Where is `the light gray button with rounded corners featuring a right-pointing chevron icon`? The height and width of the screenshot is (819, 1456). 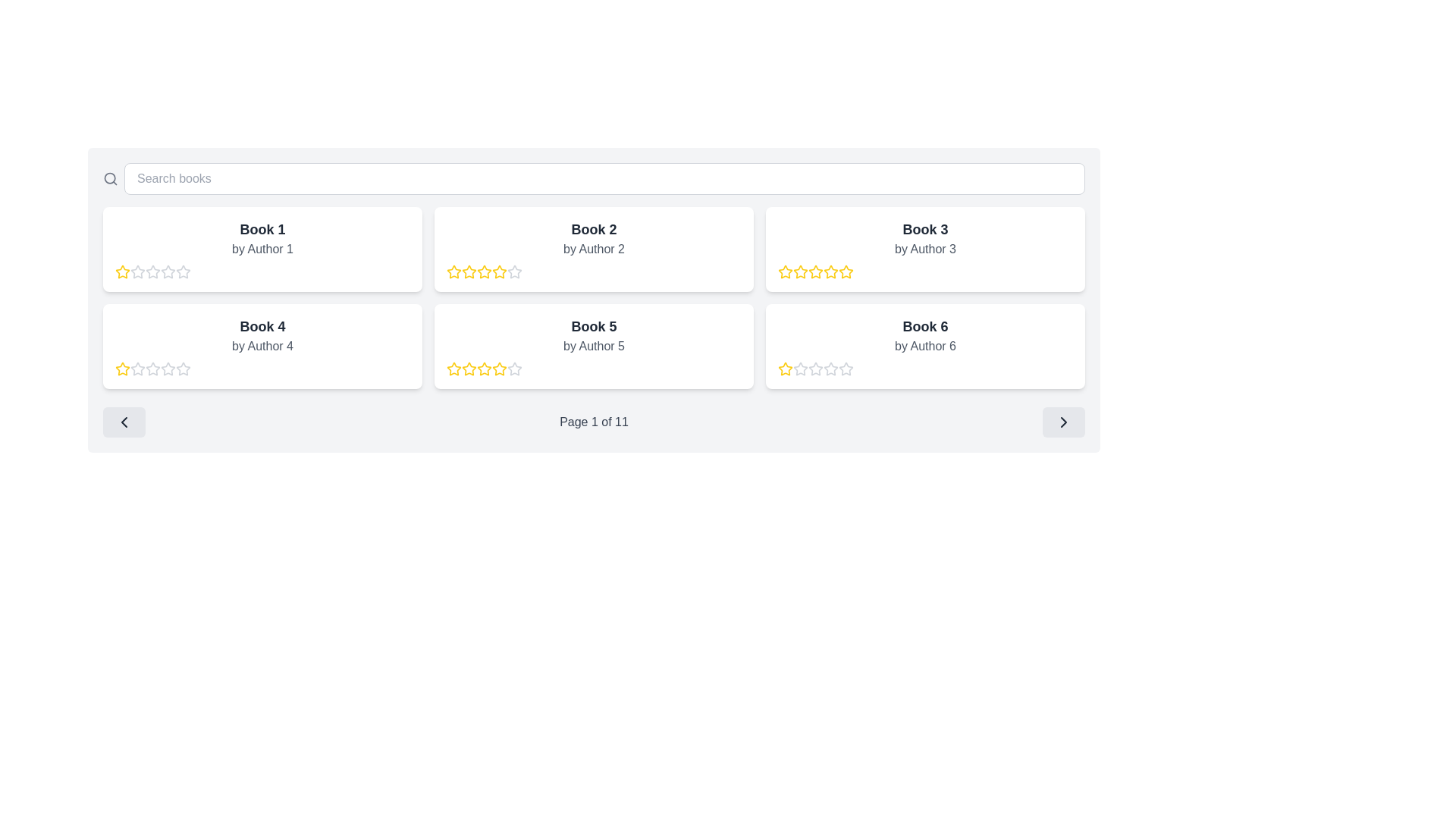 the light gray button with rounded corners featuring a right-pointing chevron icon is located at coordinates (1062, 422).